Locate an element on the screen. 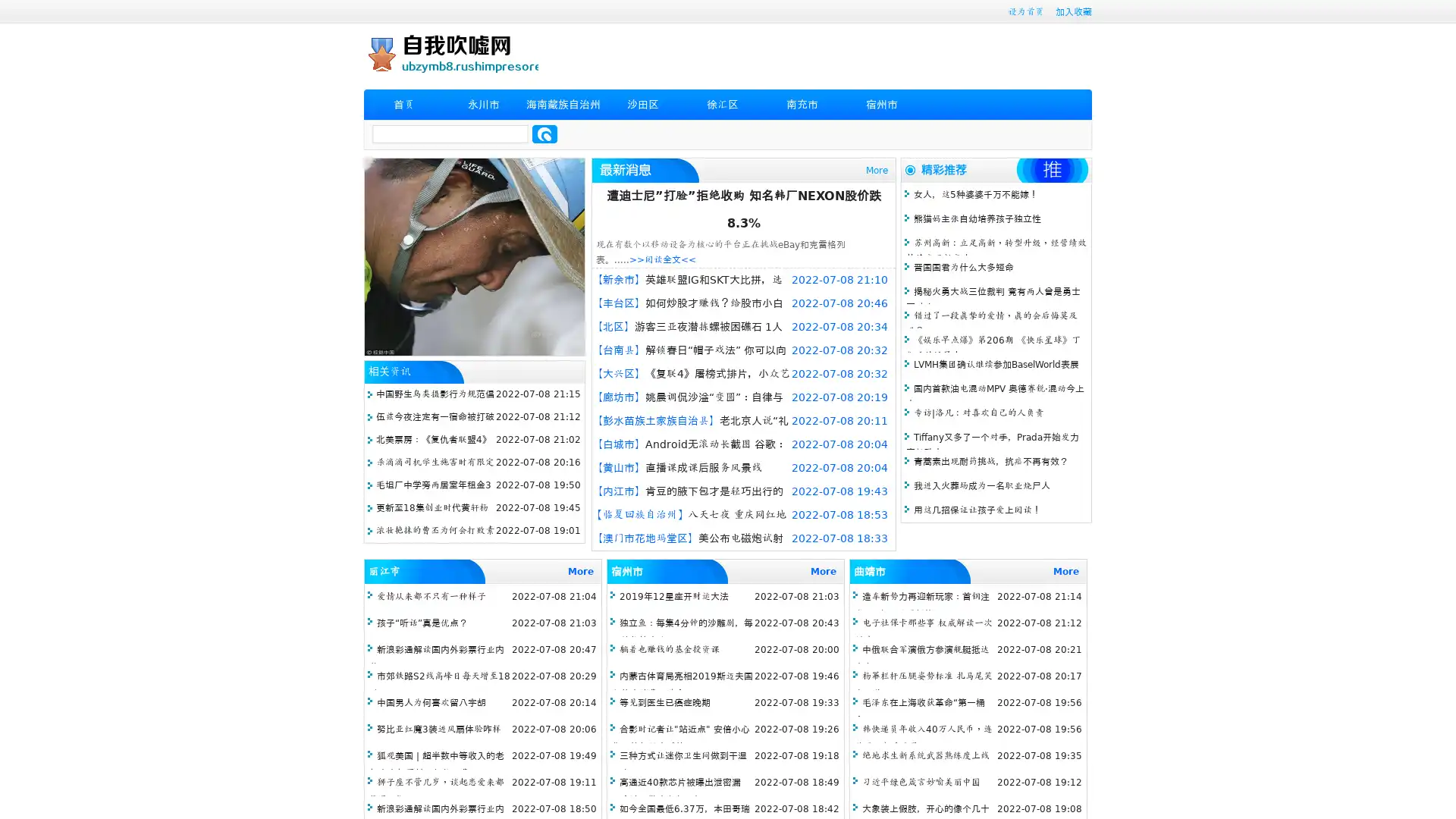  Search is located at coordinates (544, 133).